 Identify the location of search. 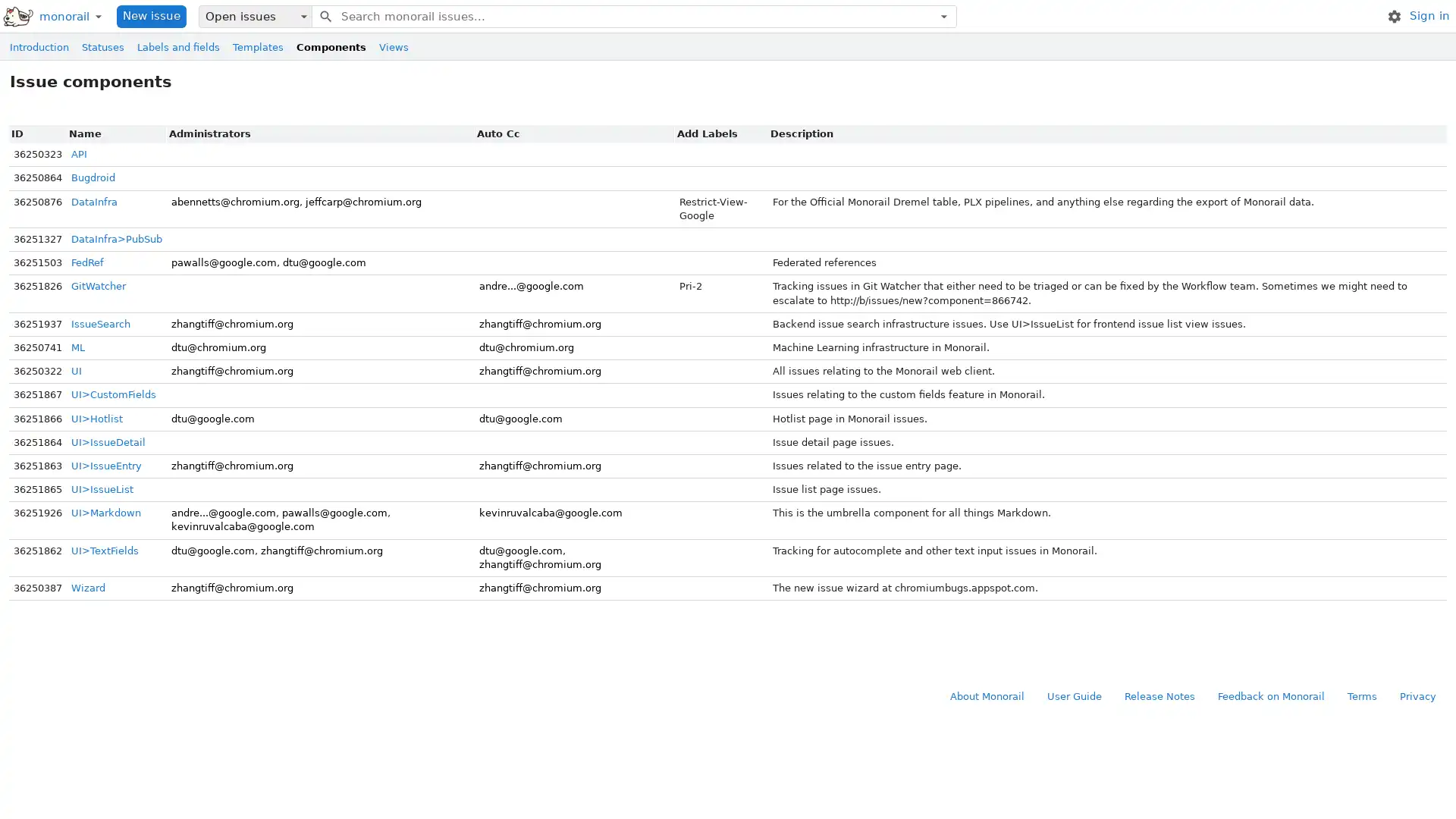
(324, 15).